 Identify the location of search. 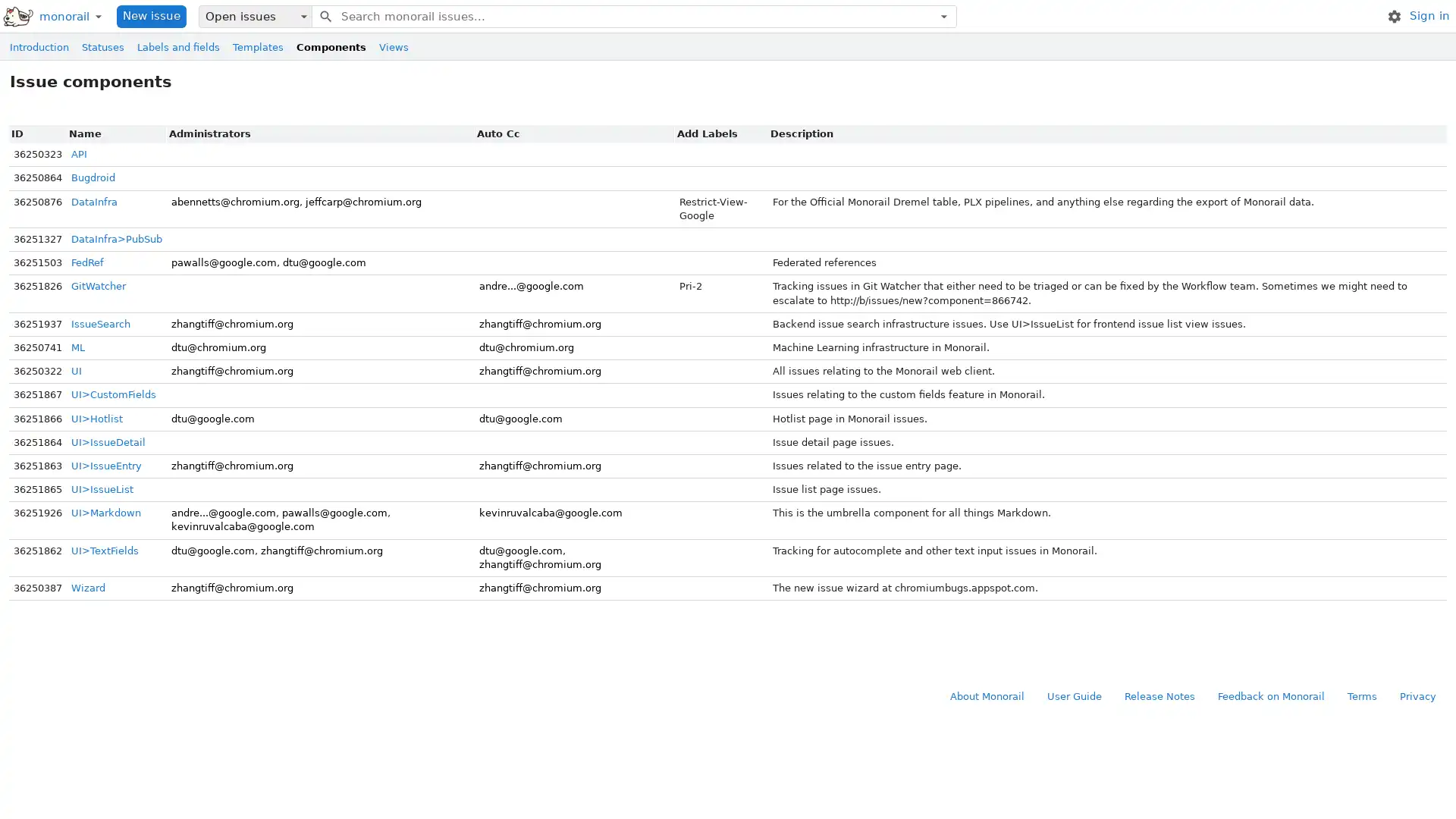
(324, 15).